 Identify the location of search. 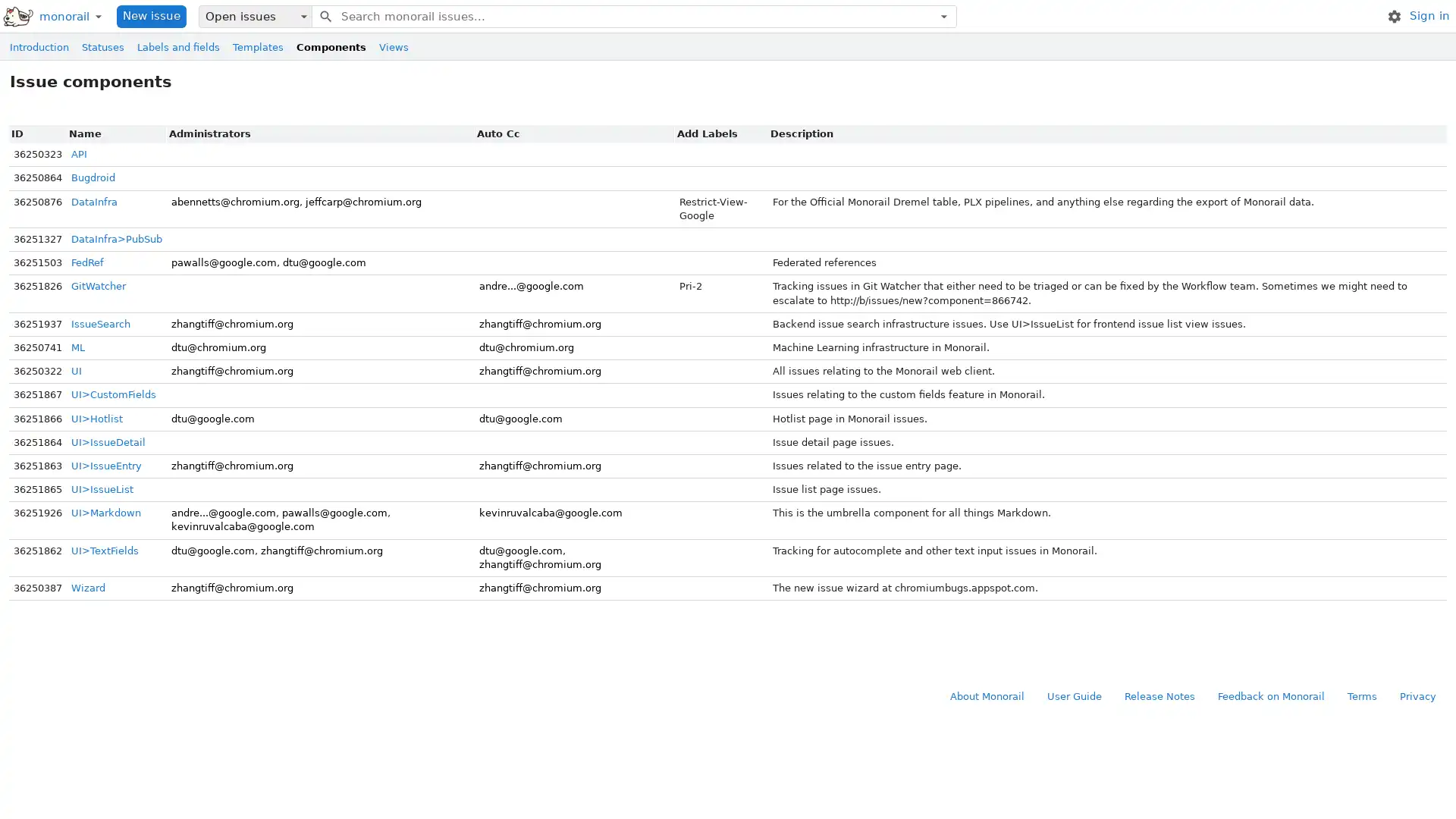
(324, 15).